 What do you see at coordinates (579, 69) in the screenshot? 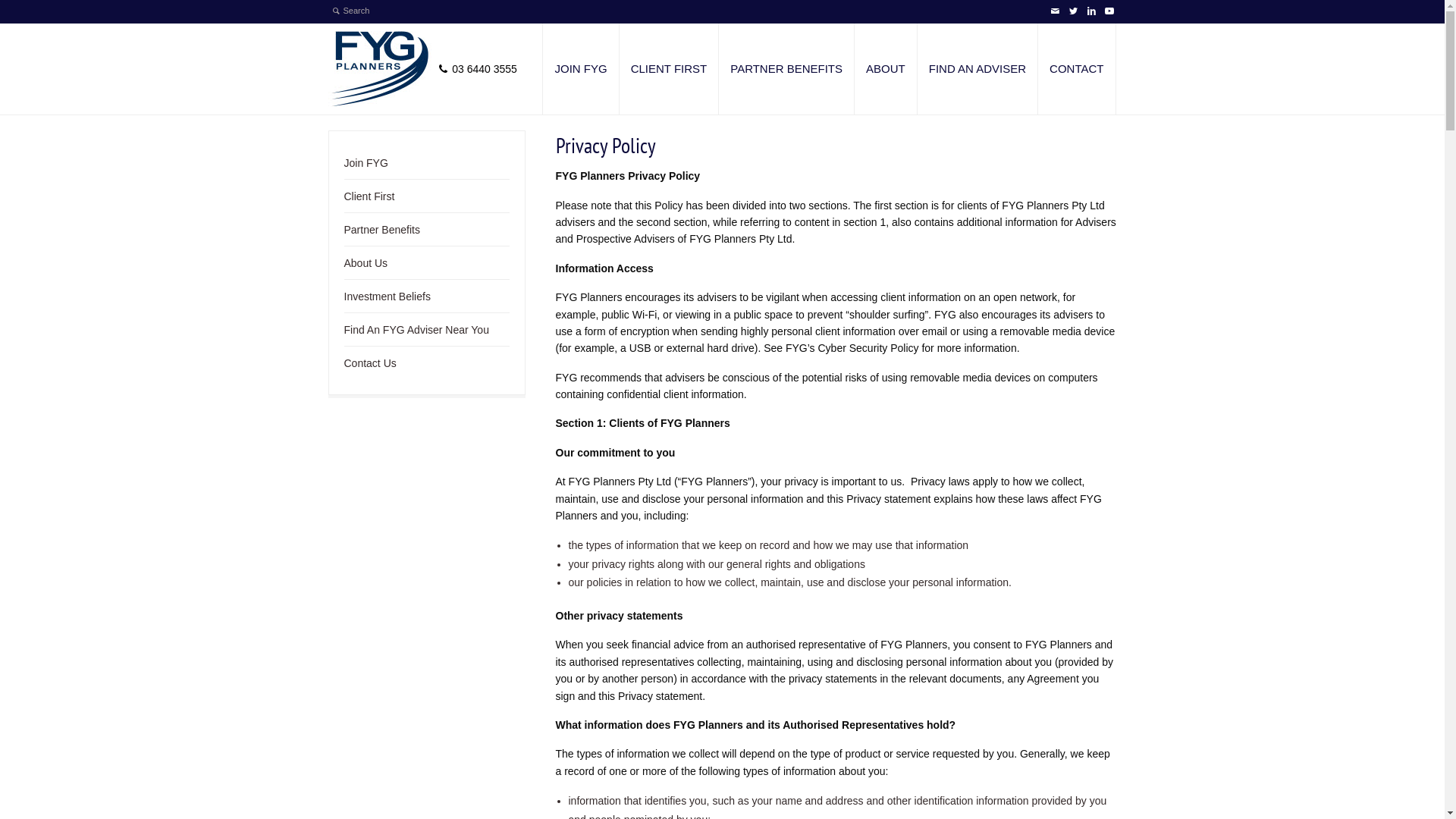
I see `'JOIN FYG'` at bounding box center [579, 69].